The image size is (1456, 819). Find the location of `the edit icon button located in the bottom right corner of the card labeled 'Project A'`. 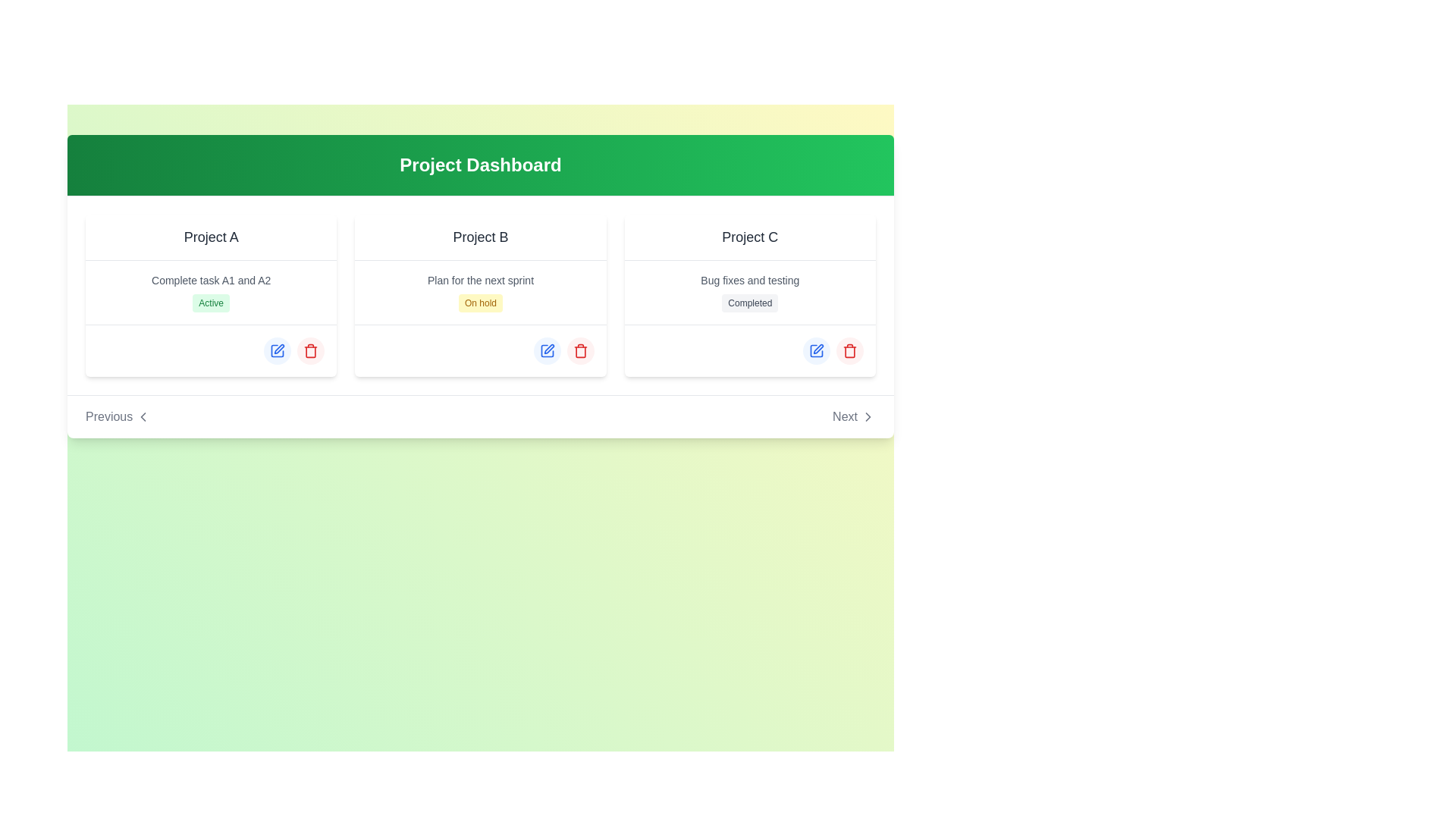

the edit icon button located in the bottom right corner of the card labeled 'Project A' is located at coordinates (278, 350).